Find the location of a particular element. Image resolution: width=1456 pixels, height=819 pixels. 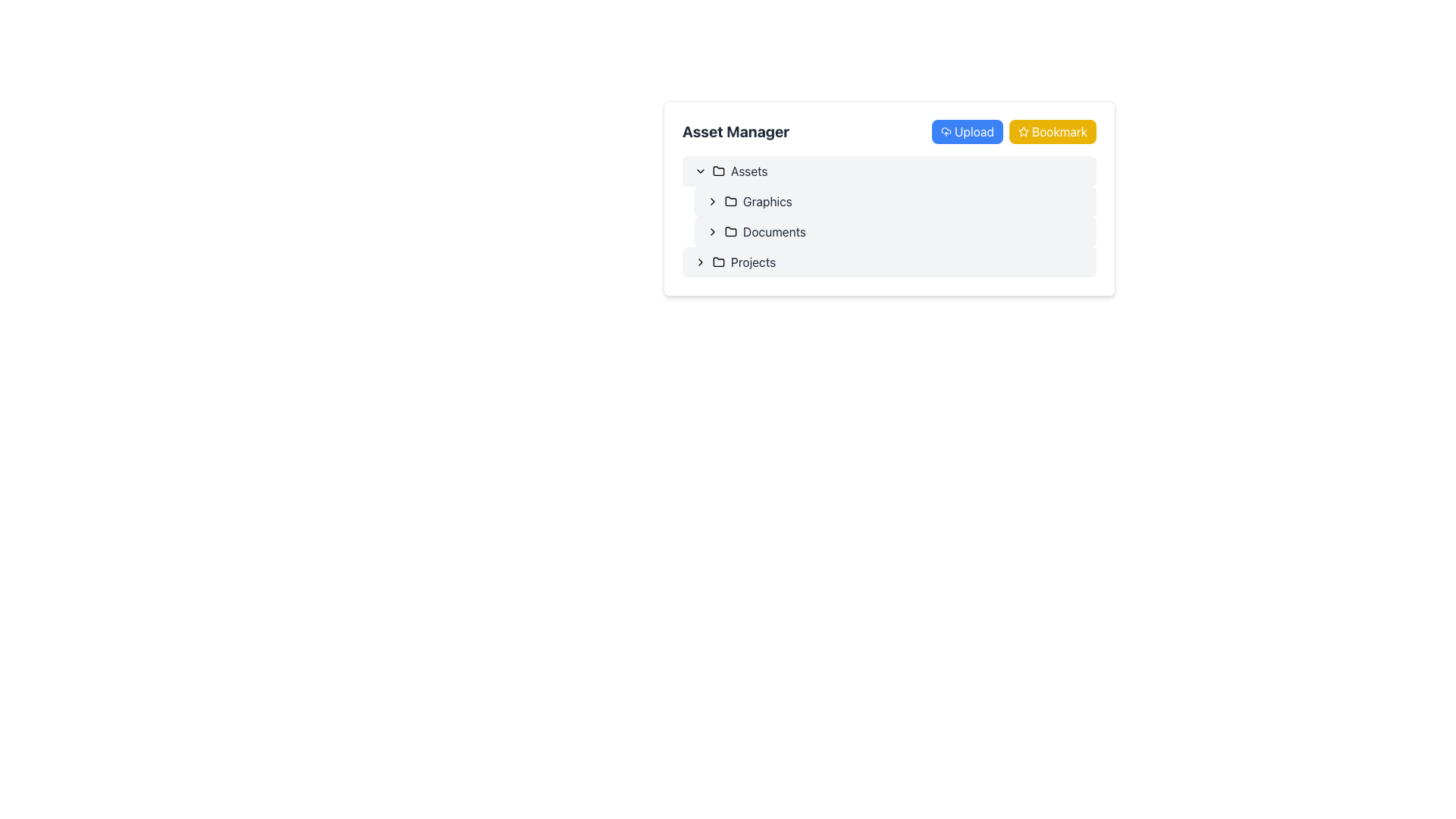

the list item "GraphicsLogo.pngMockup.sketchDocumentsBrief.pdf" in the file browser dropdown is located at coordinates (889, 201).